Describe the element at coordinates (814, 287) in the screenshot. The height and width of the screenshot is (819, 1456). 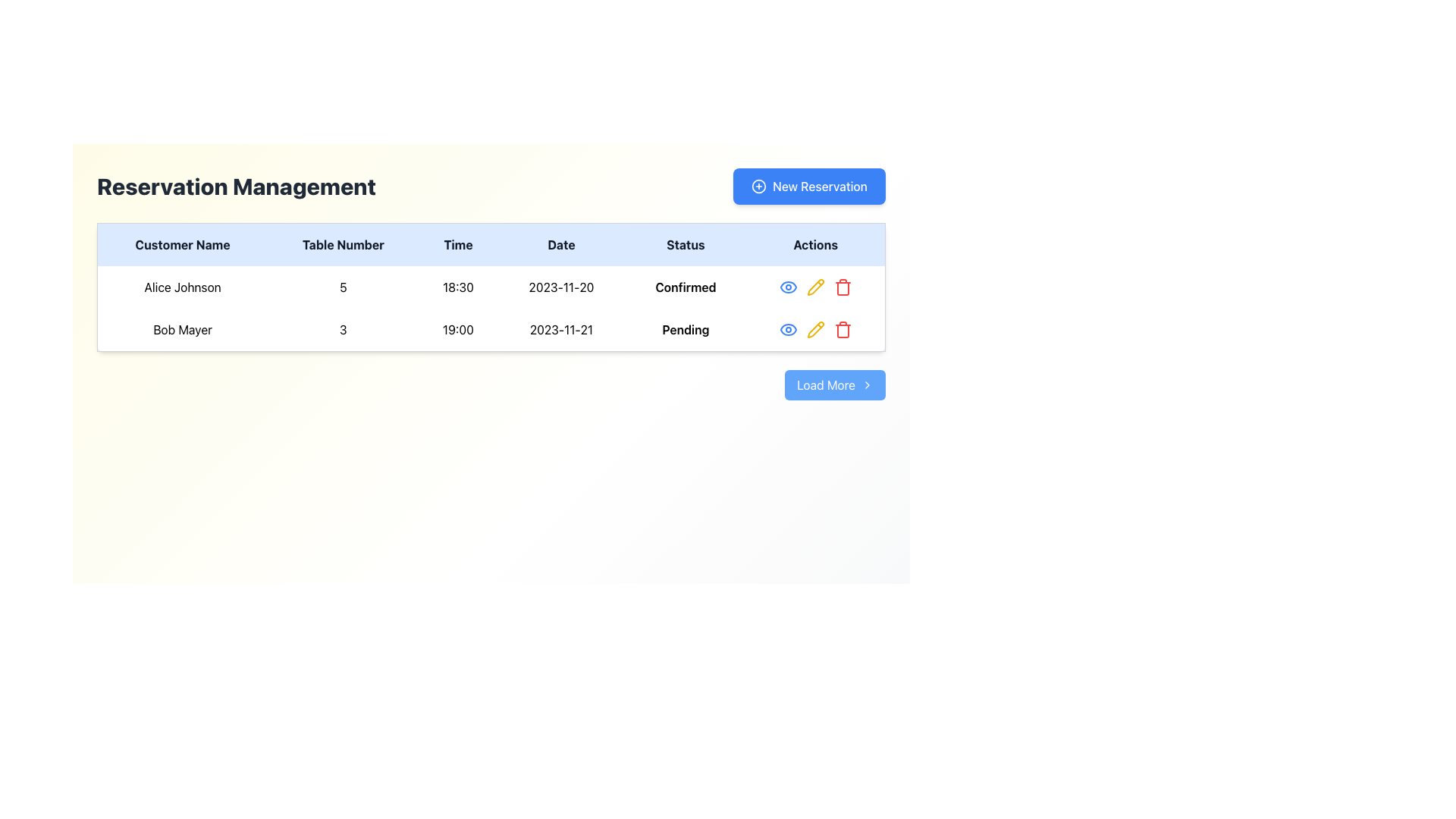
I see `the yellow pencil icon in the 'Actions' column of the second row in the reservation management table` at that location.